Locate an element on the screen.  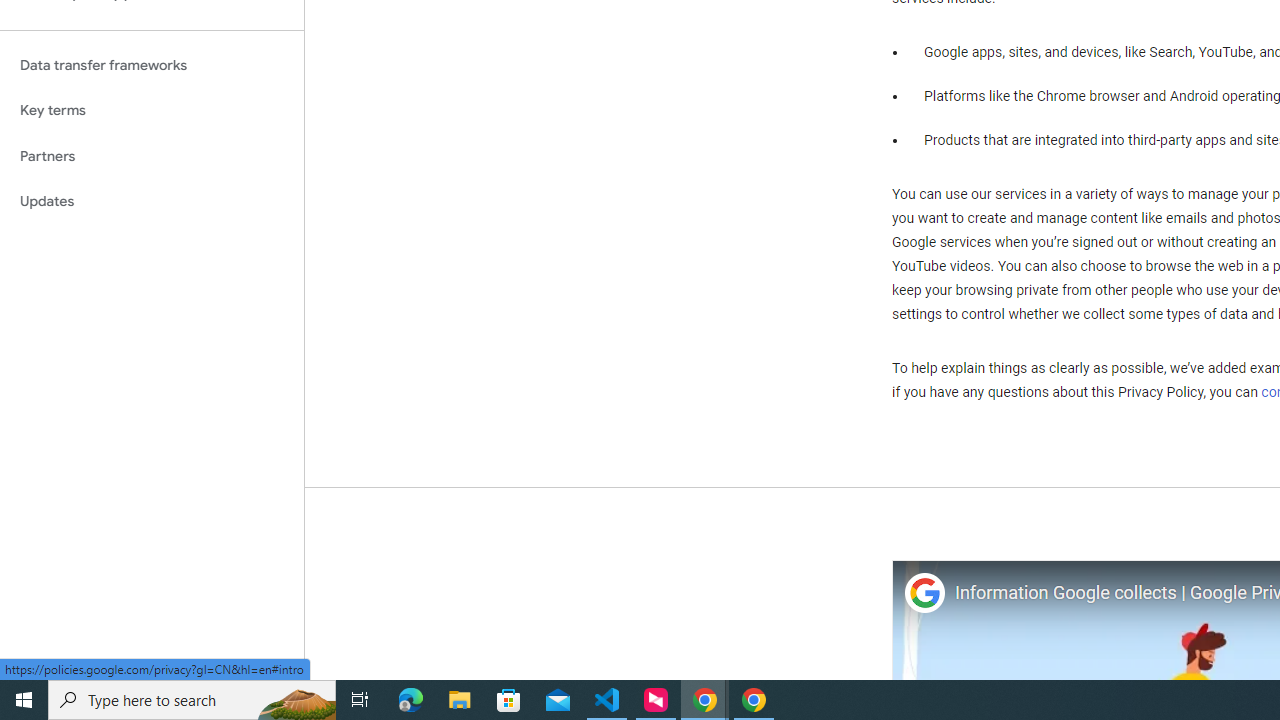
'Partners' is located at coordinates (151, 155).